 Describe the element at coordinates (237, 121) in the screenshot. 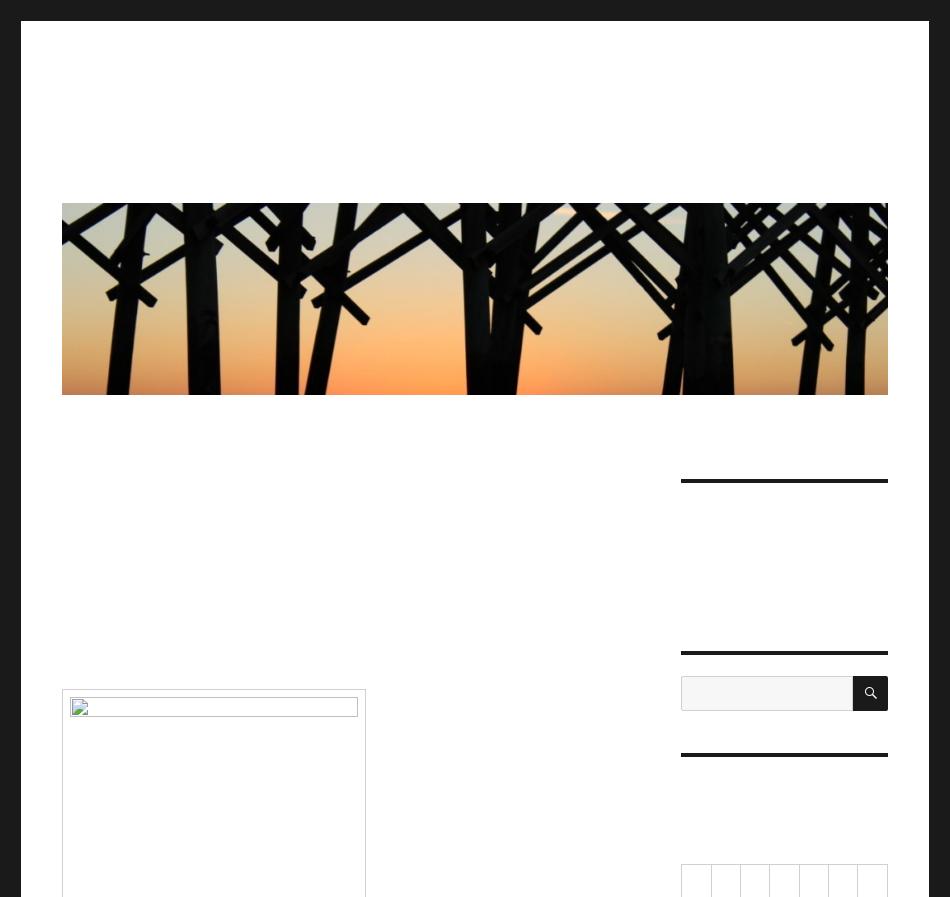

I see `'Jorah's 80% Fat-Free Blog'` at that location.